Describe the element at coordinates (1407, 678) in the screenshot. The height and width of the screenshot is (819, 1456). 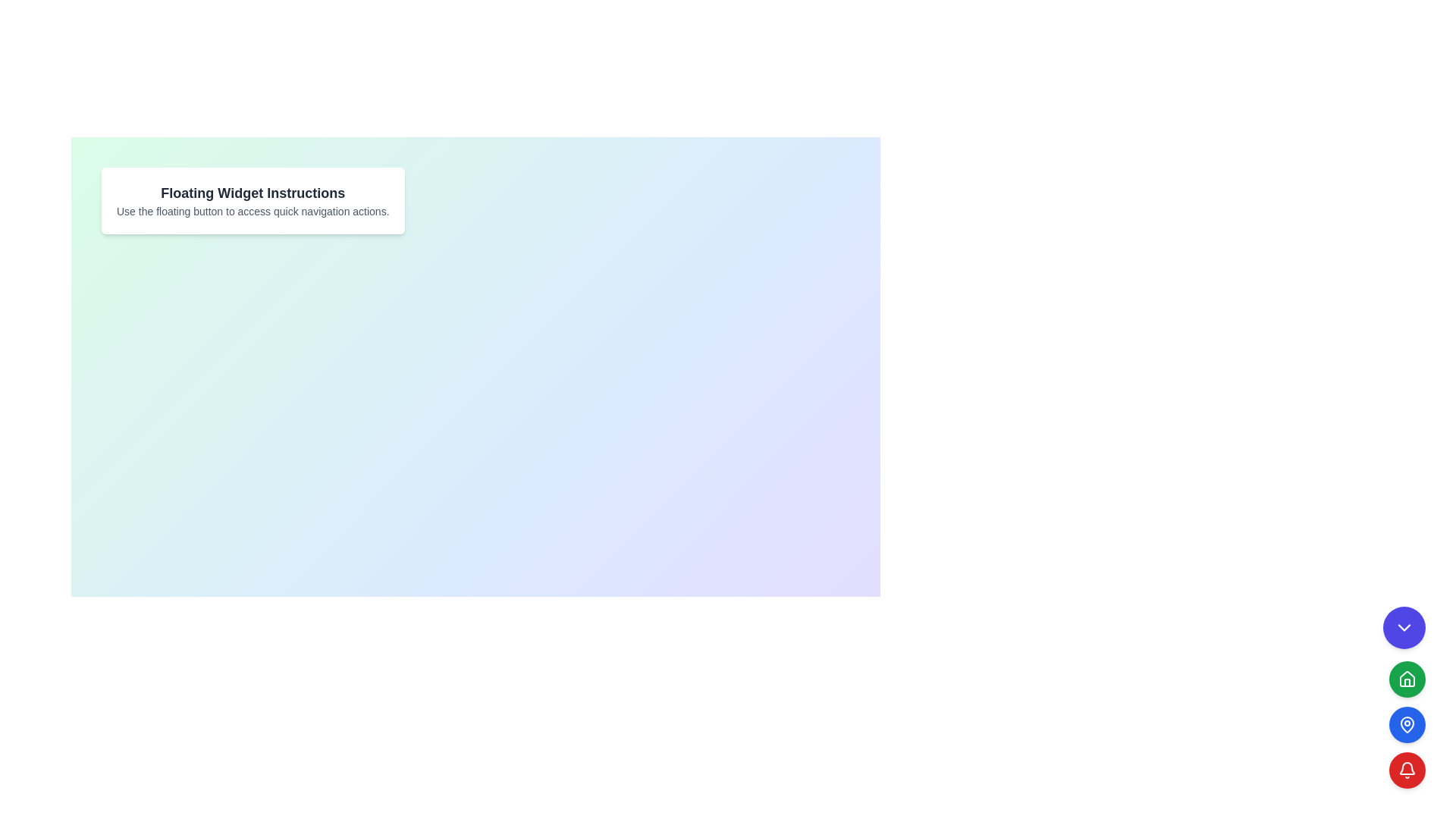
I see `the Icon button with a house symbol` at that location.